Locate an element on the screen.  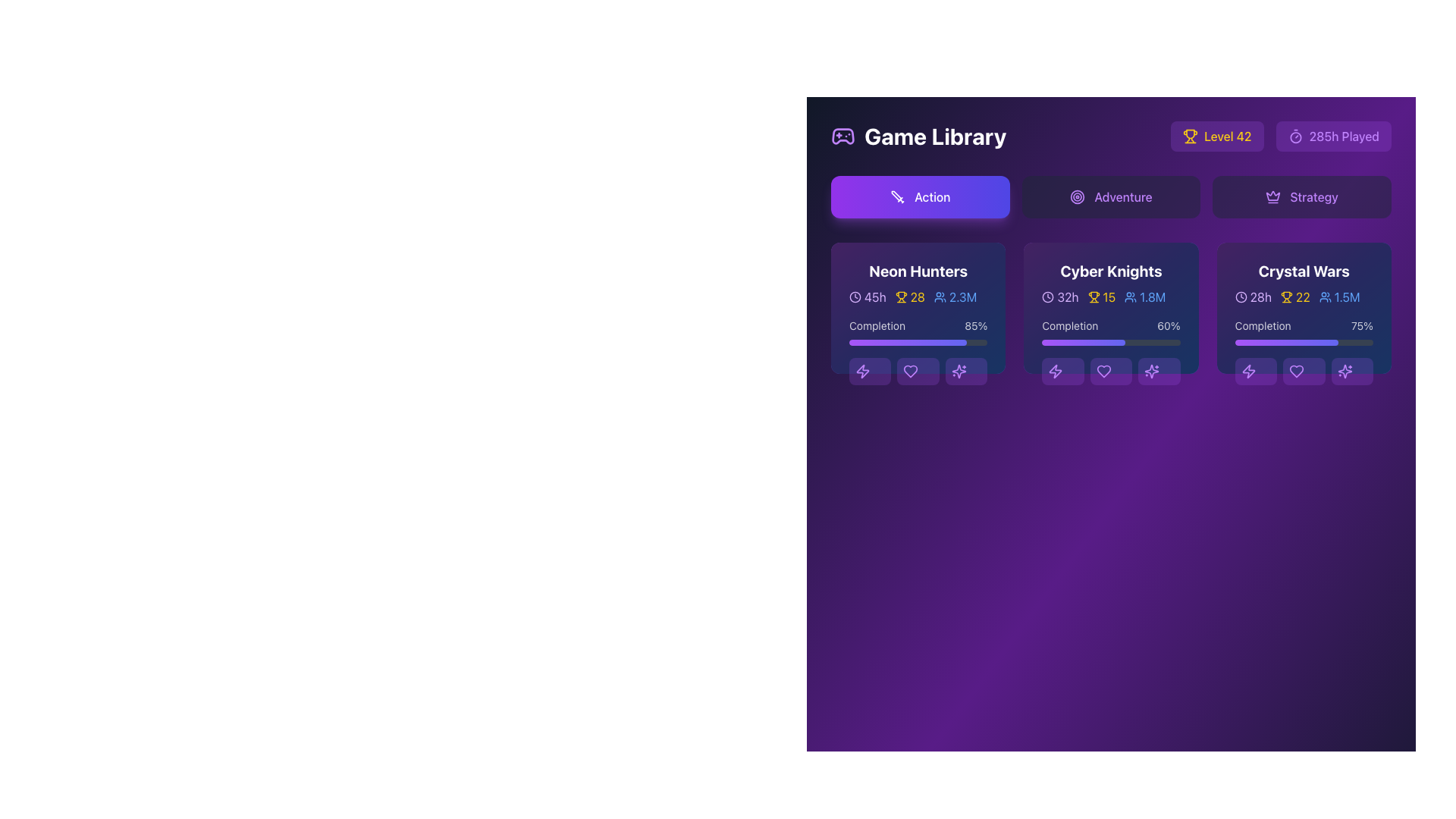
the trophy icon indicating the count of achievements (22) associated with the game 'Crystal Wars' in the game library interface is located at coordinates (1294, 297).